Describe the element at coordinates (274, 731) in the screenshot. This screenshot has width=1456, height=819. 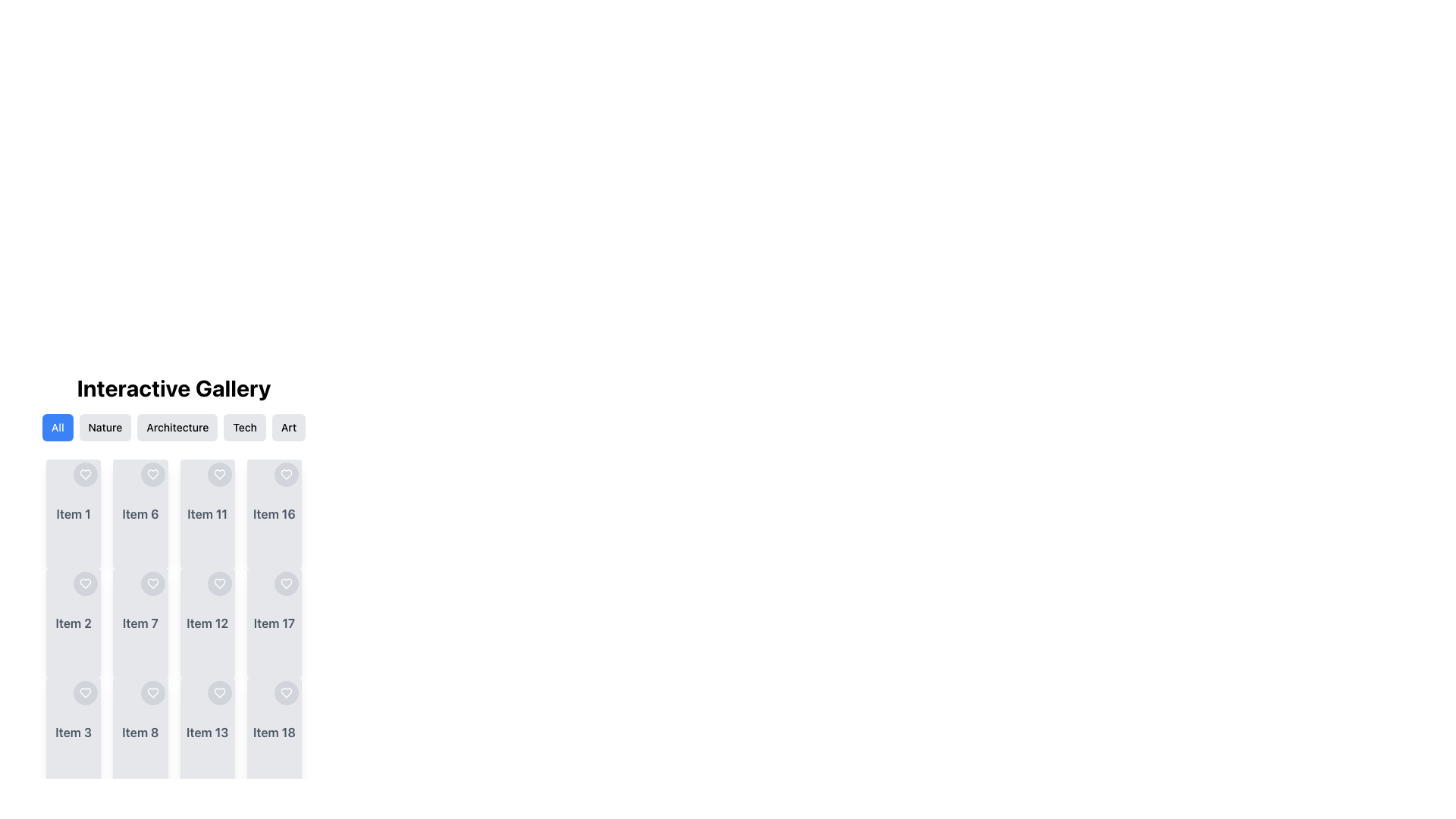
I see `the Interactive Card element that has a light gray background, rounded corners, and features the text 'Item 18' at the lower part, located in the 4th column and 5th row of the grid layout` at that location.